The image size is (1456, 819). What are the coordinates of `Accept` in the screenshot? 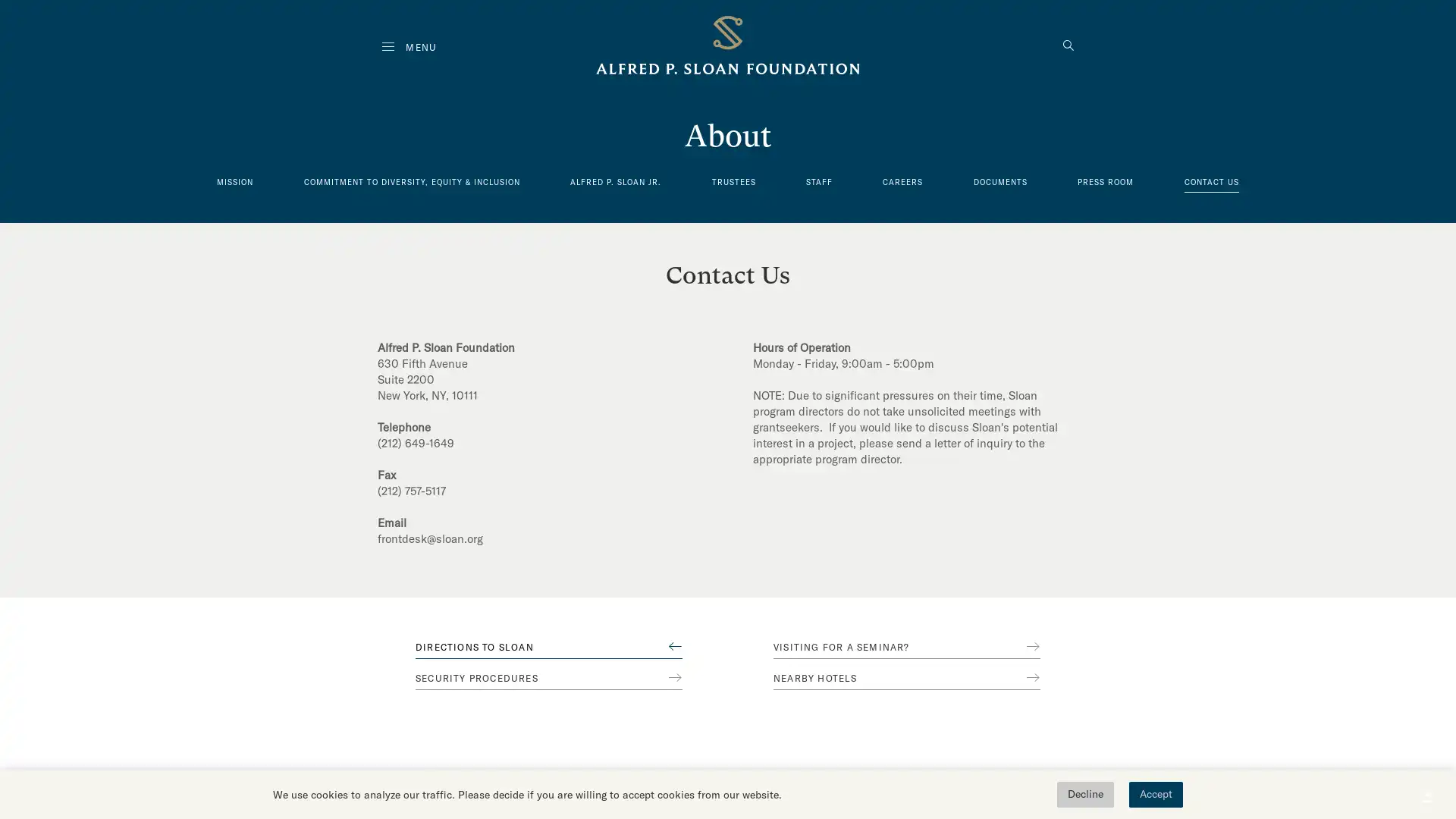 It's located at (1155, 794).